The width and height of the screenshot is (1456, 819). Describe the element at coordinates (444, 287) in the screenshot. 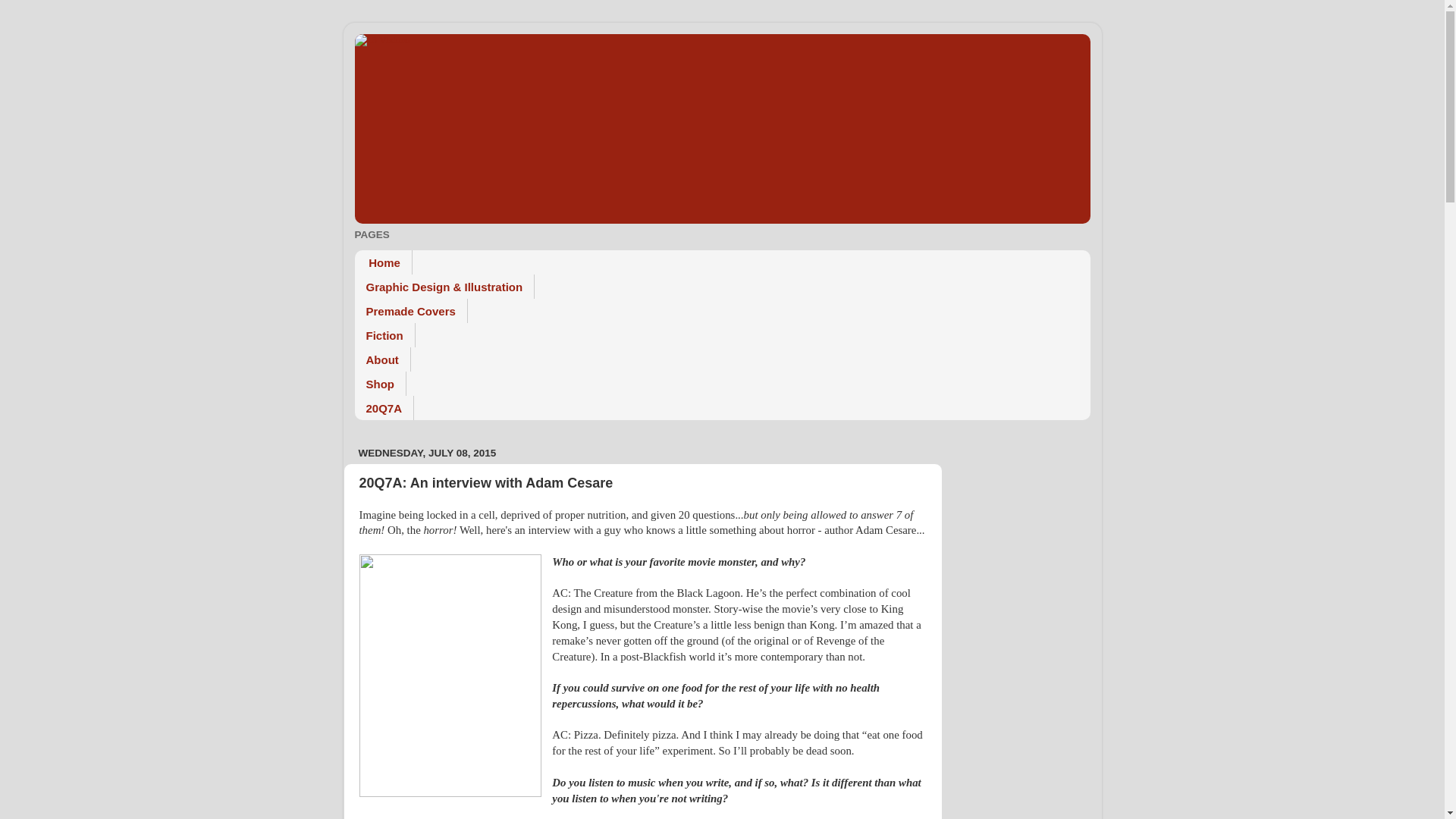

I see `'Graphic Design & Illustration'` at that location.